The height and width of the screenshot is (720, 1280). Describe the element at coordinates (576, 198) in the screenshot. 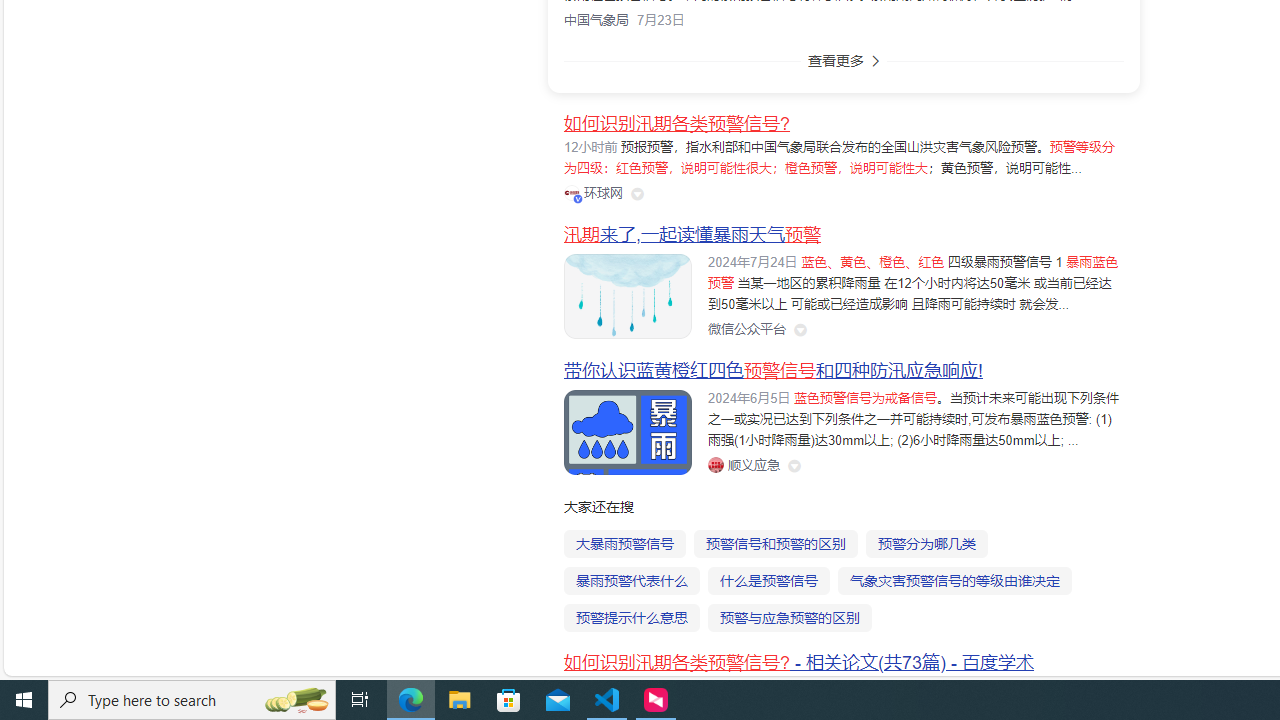

I see `'Class: vip-icon_kNmNt'` at that location.